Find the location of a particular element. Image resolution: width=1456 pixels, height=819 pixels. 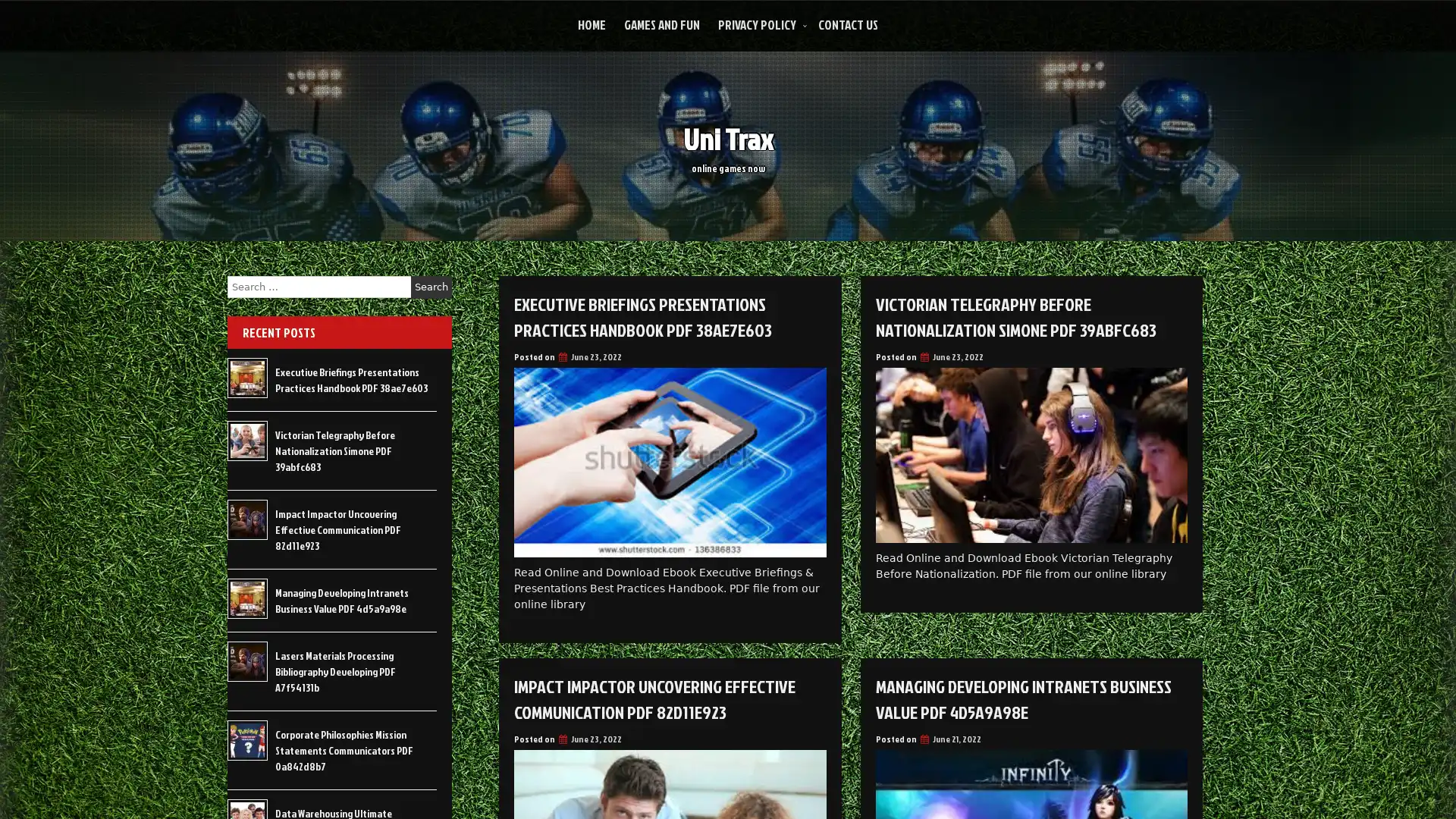

Search is located at coordinates (431, 287).